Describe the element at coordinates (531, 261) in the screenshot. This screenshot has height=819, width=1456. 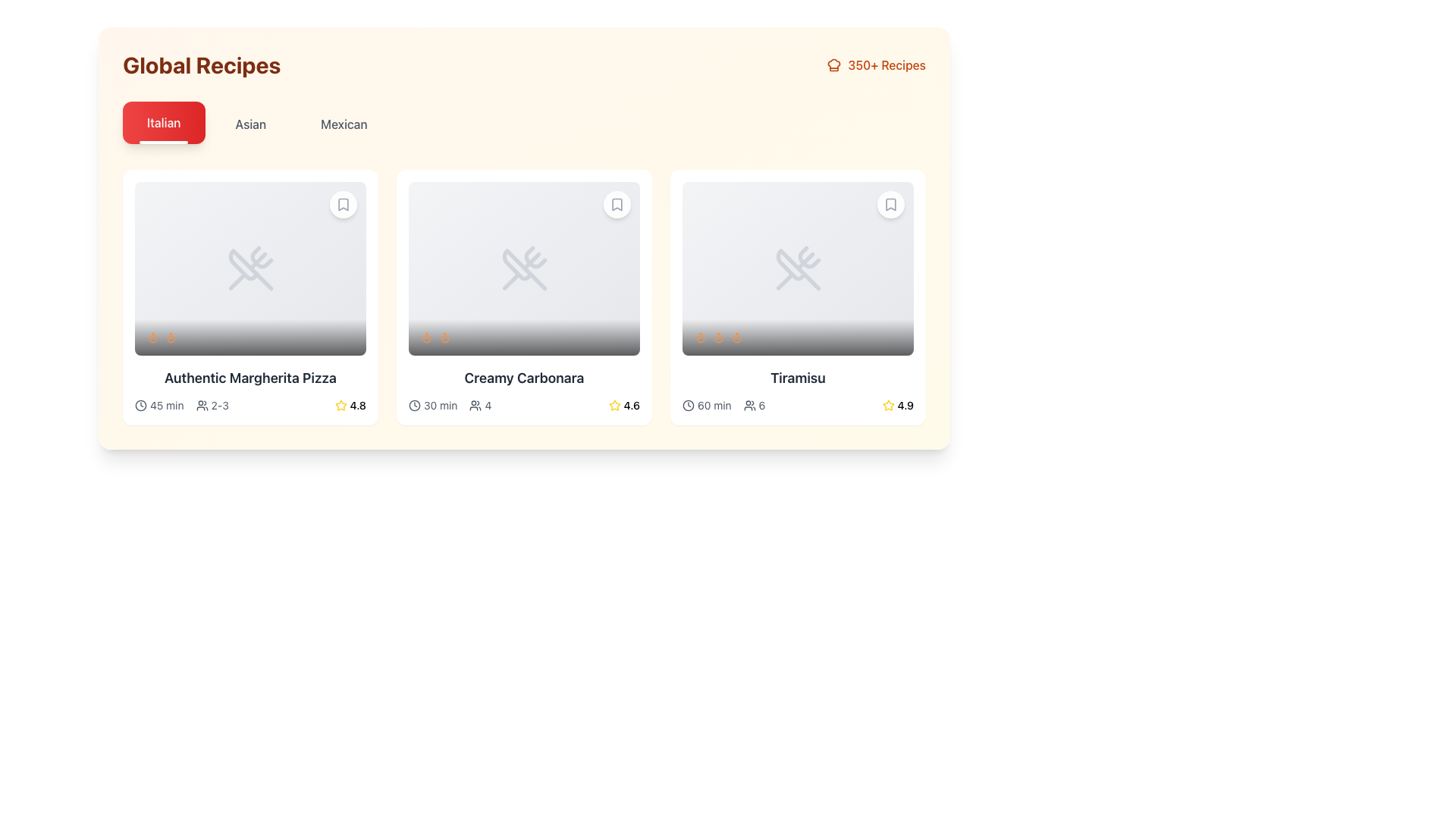
I see `the diagonal line of the crossed utensils icon within the second recipe card, which is part of the graphical representation of a fork and knife` at that location.